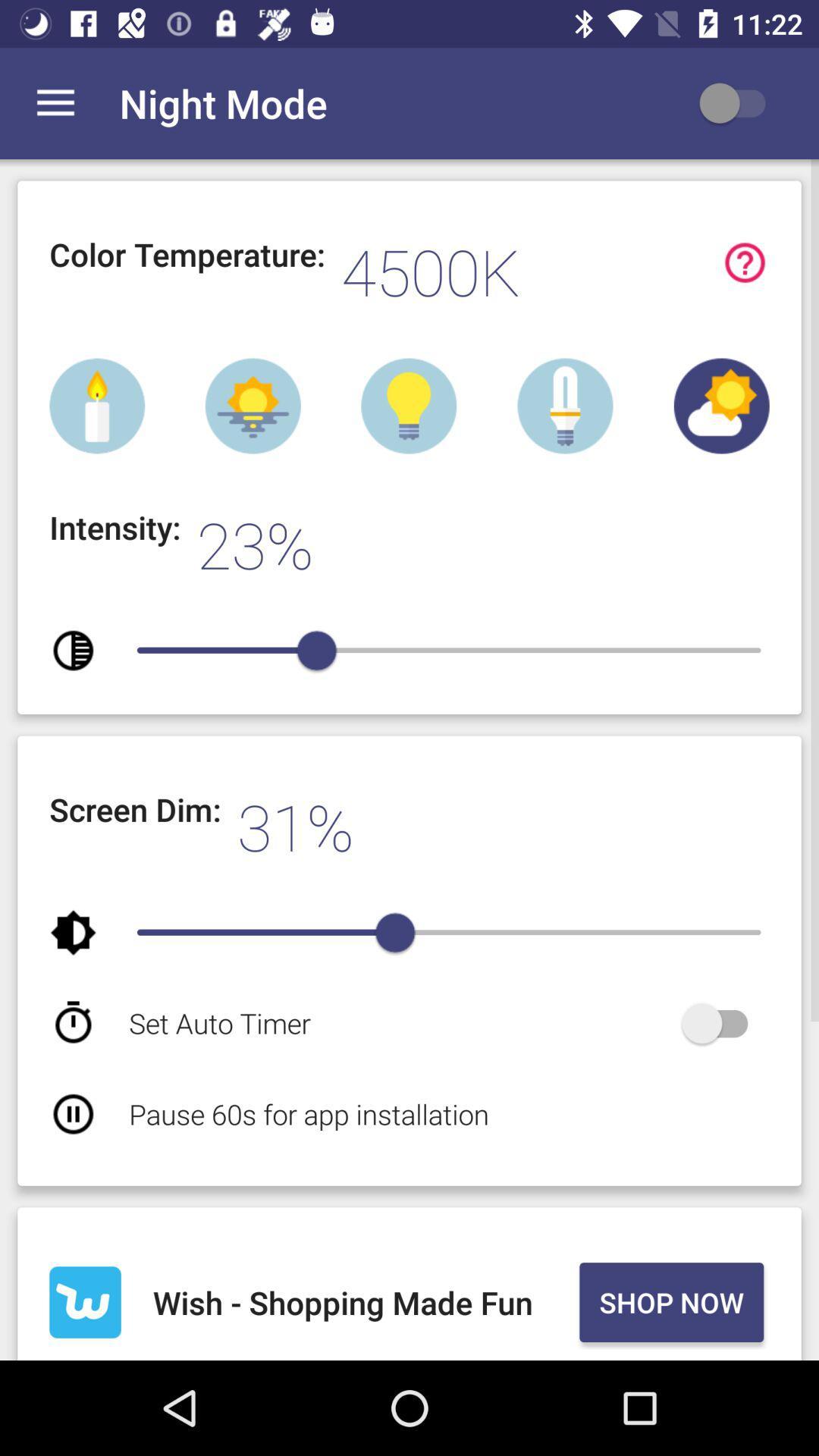  I want to click on the item to the left of the wish shopping made item, so click(85, 1301).